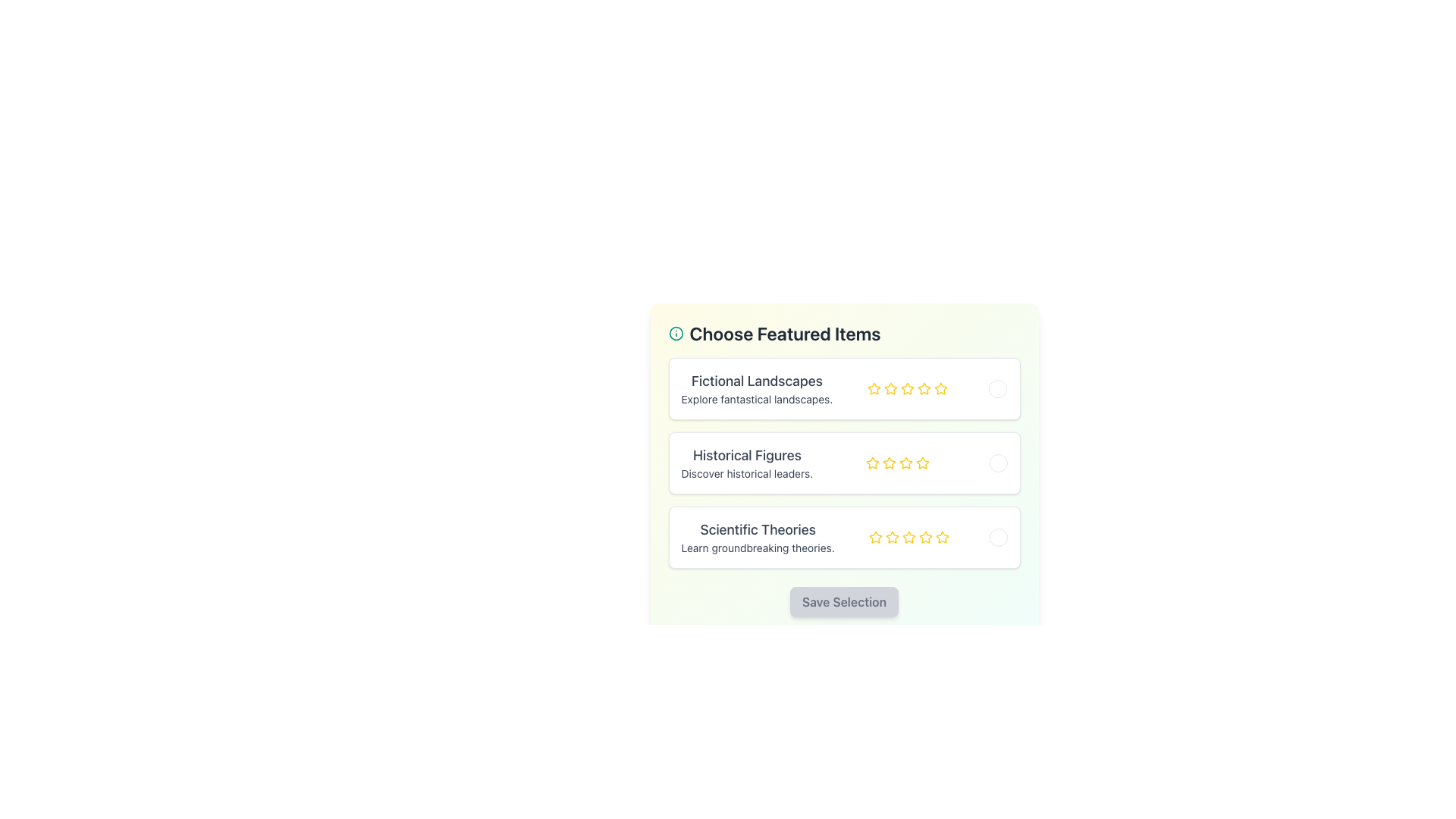 Image resolution: width=1456 pixels, height=819 pixels. I want to click on the rating stars on the 'Historical Figures' selection card, which is the second card in the list under 'Choose Featured Items', so click(843, 462).